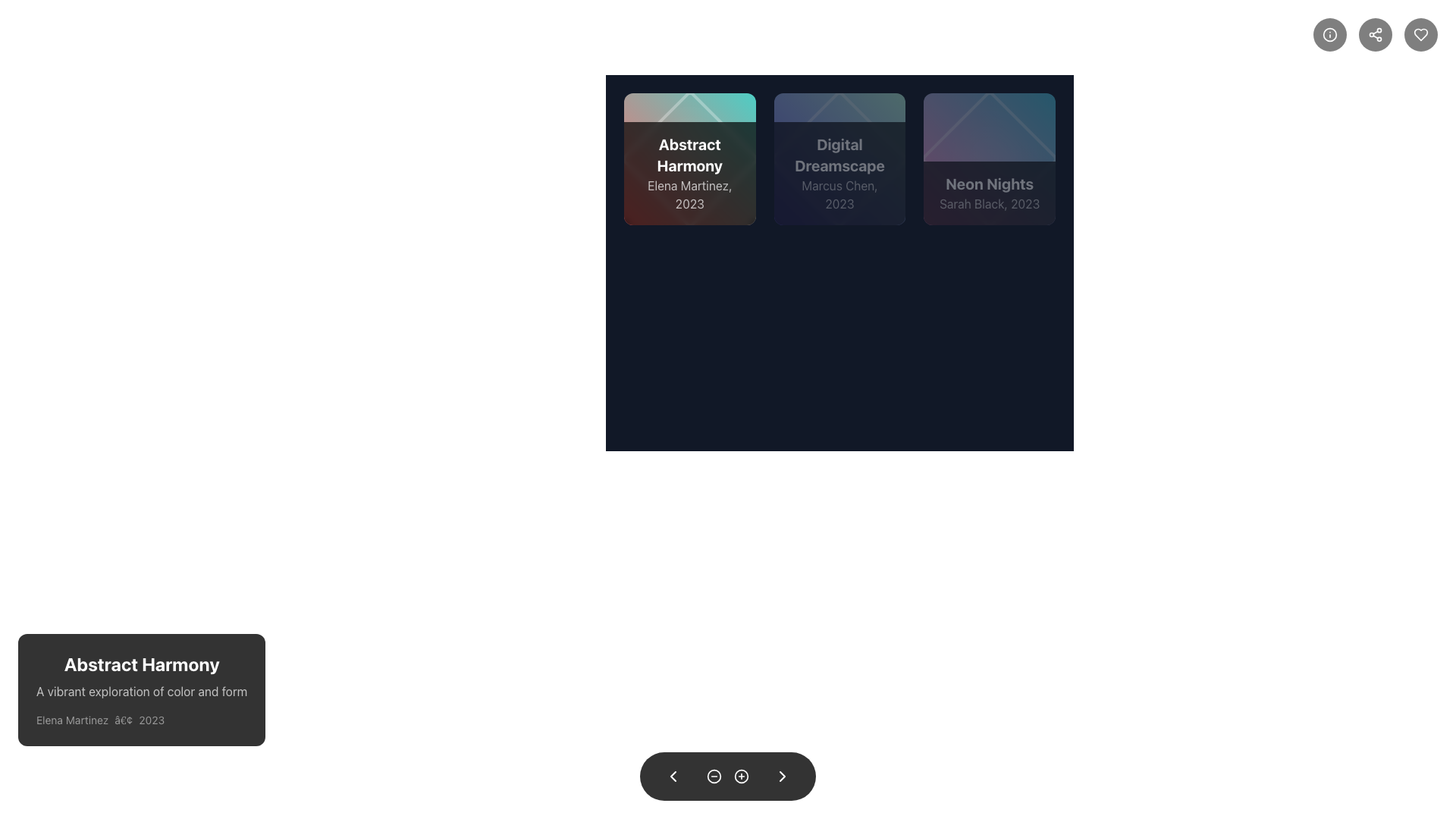  Describe the element at coordinates (783, 776) in the screenshot. I see `the small chevron-shaped arrow button pointing to the right, which is the last icon in a horizontal control bar at the center bottom of the interface` at that location.